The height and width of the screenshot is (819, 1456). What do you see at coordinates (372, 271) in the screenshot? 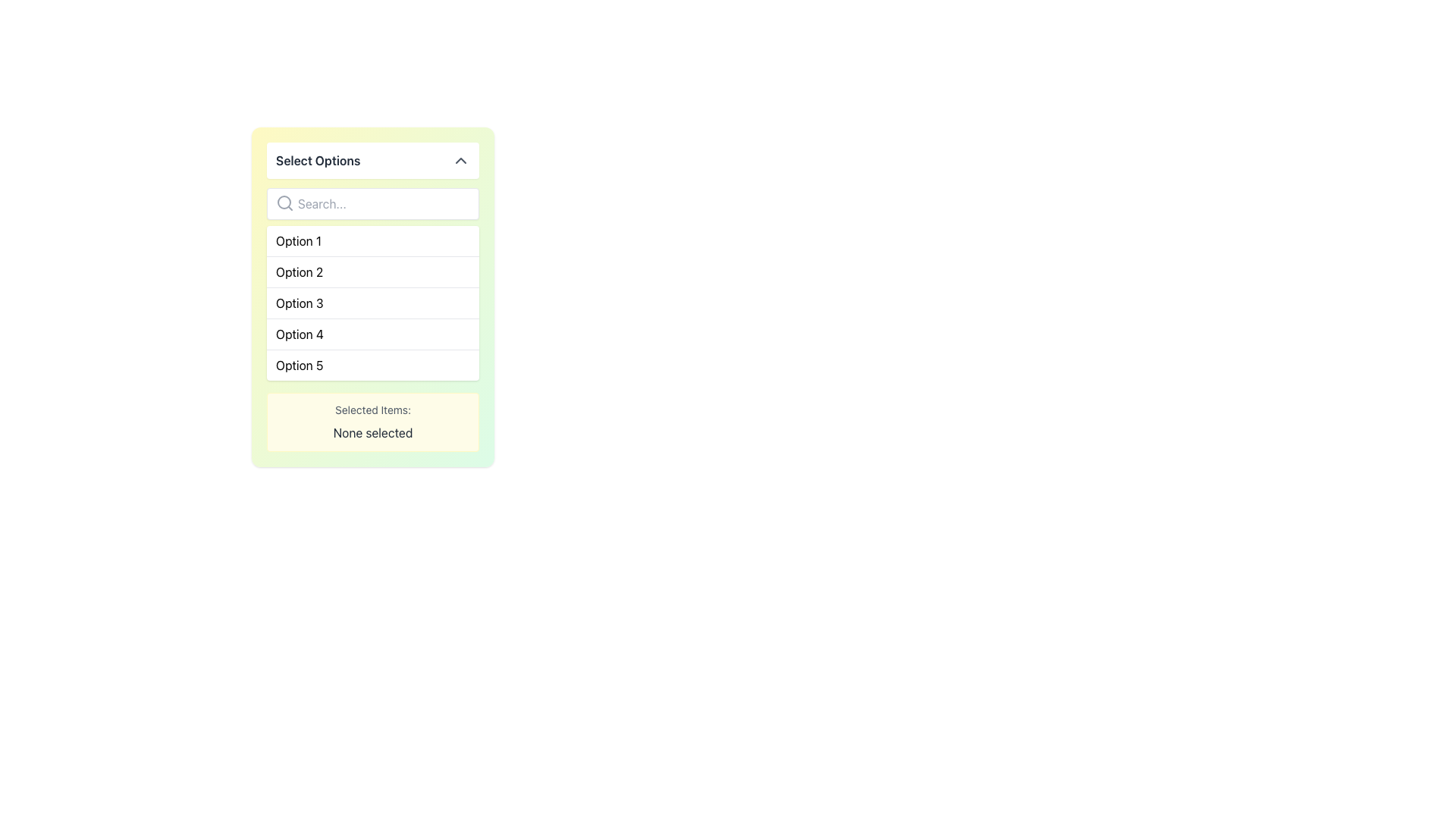
I see `the 'Option 2' button in the dropdown menu` at bounding box center [372, 271].